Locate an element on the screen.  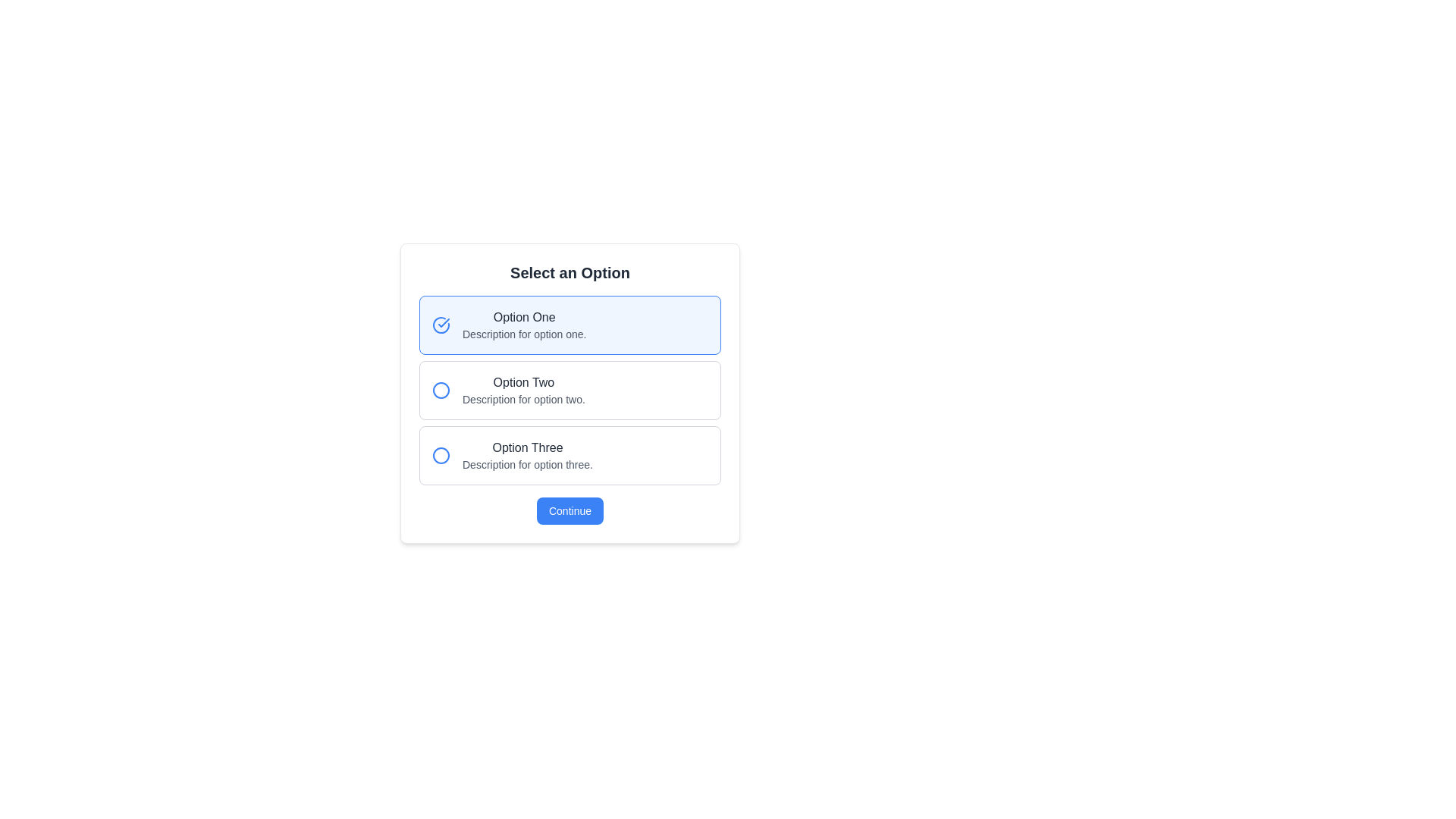
the Circle graphical element that signifies the unselected state of the associated option in the second position of the vertically arranged list is located at coordinates (440, 390).